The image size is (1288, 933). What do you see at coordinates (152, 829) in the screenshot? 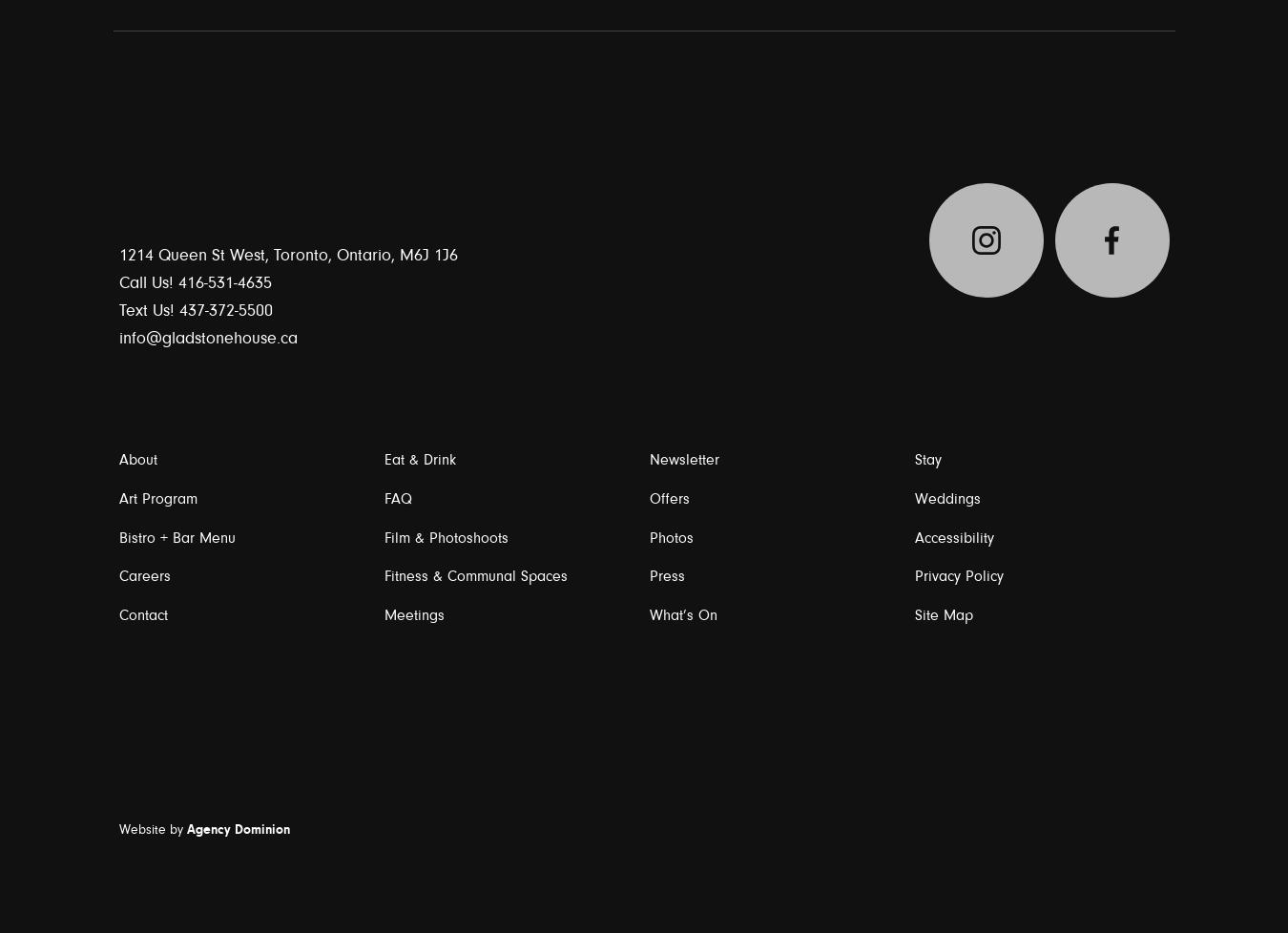
I see `'Website by'` at bounding box center [152, 829].